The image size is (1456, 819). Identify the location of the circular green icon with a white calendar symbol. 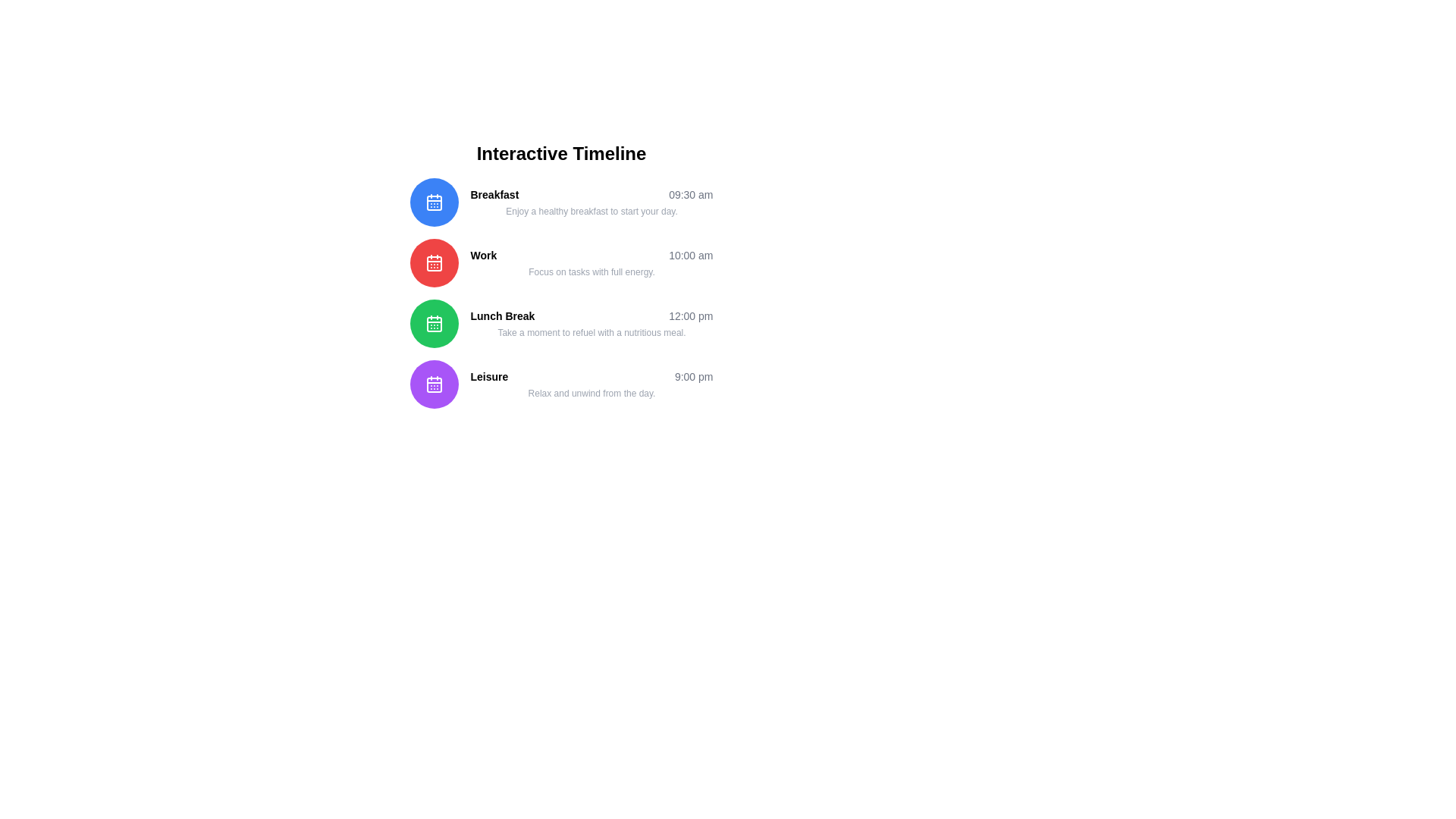
(433, 323).